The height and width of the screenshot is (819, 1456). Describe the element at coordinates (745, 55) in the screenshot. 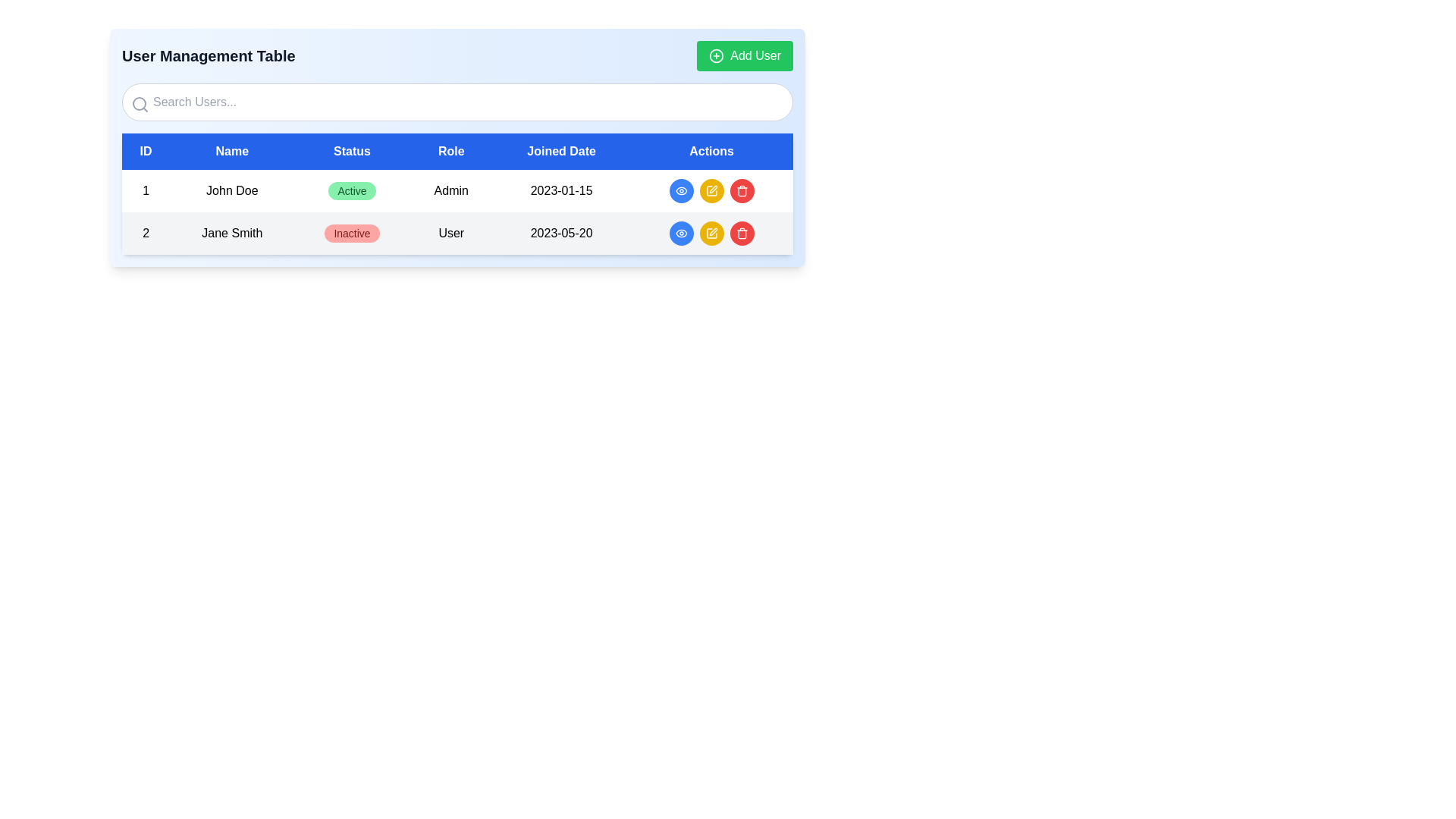

I see `the green 'Add User' button located at the far top-right corner of the 'User Management Table' header` at that location.